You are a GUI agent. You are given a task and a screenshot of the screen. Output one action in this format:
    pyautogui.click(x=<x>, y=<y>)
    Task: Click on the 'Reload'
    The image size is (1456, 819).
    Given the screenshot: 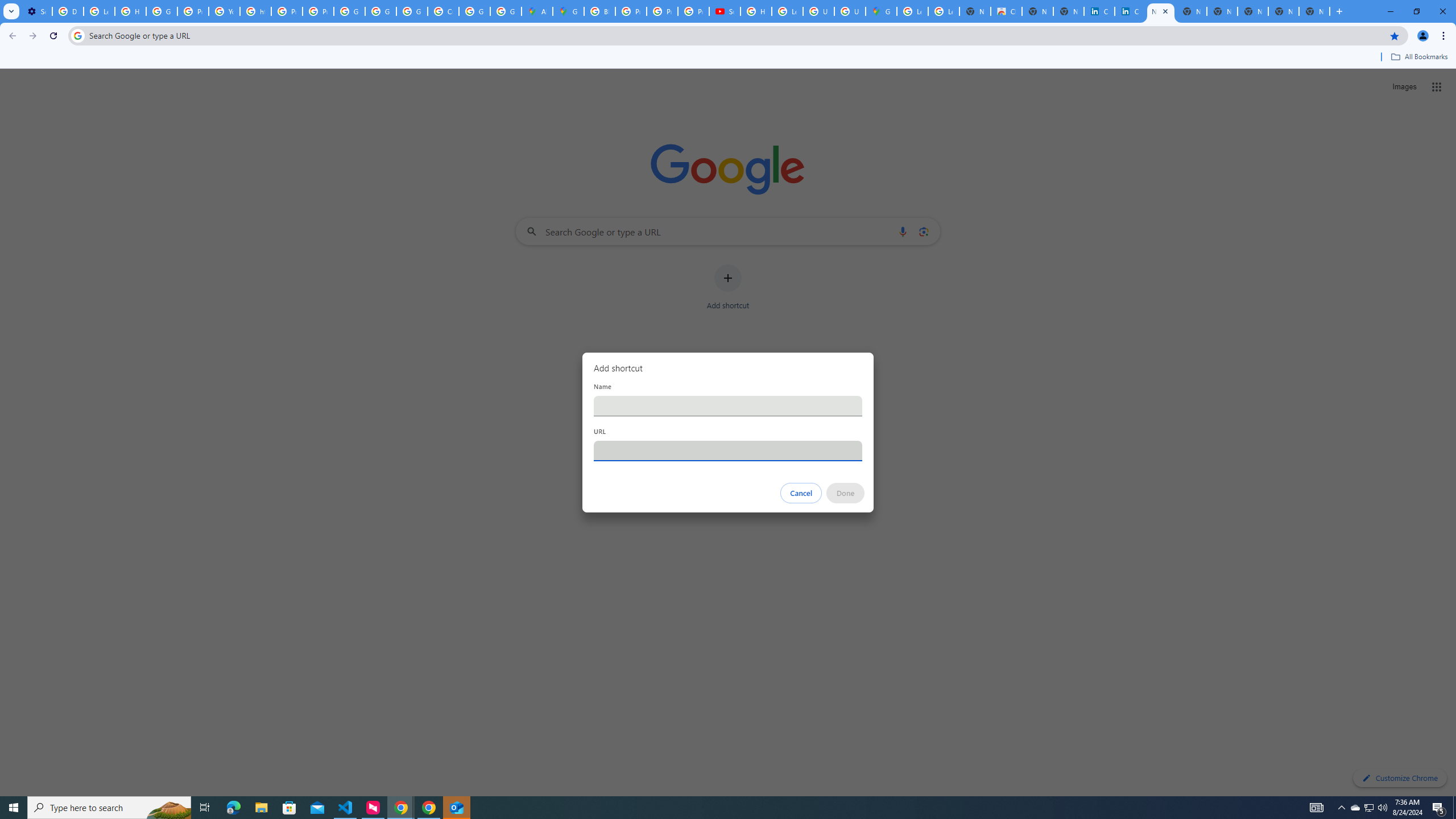 What is the action you would take?
    pyautogui.click(x=53, y=35)
    